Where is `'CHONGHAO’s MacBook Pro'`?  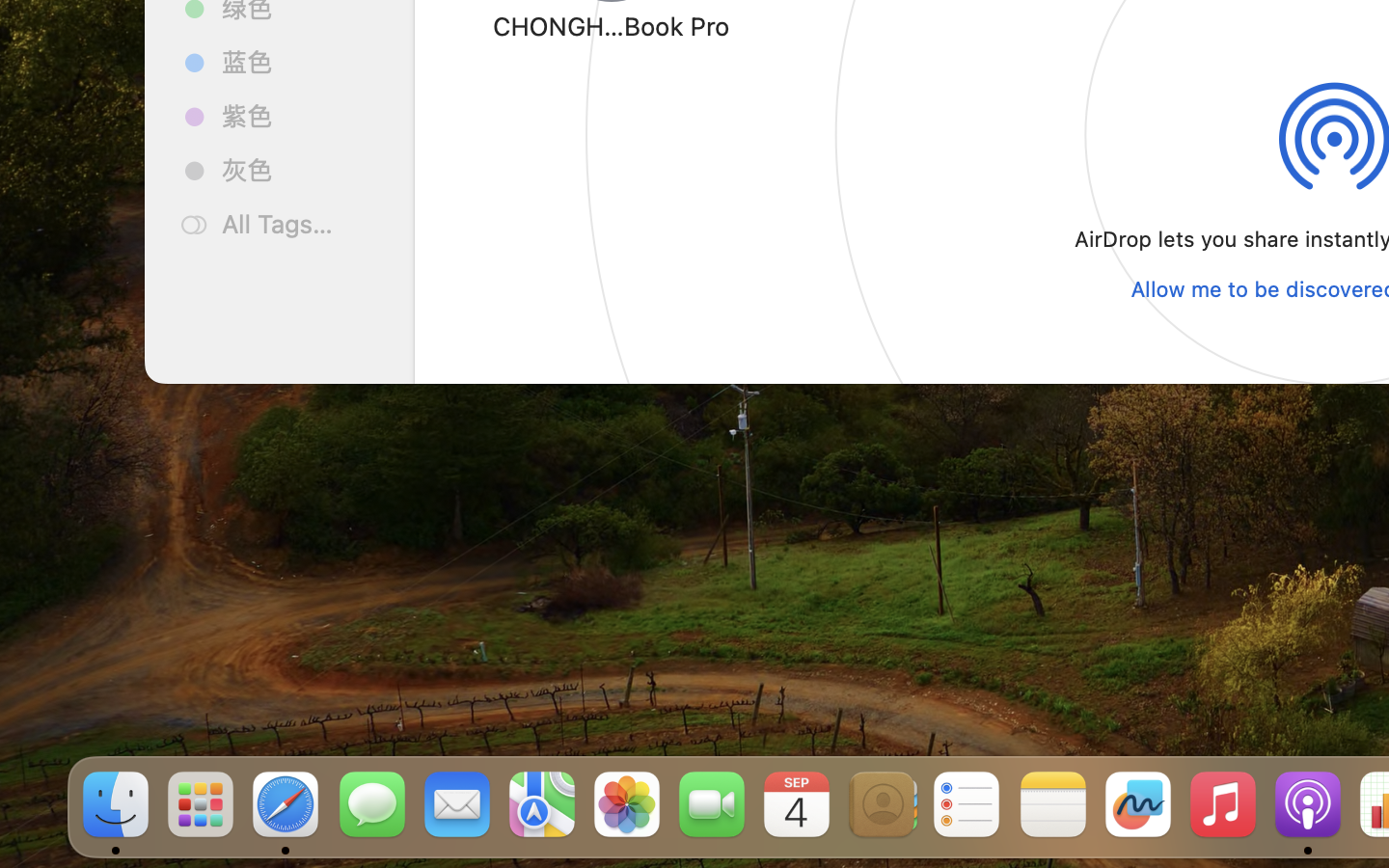 'CHONGHAO’s MacBook Pro' is located at coordinates (611, 24).